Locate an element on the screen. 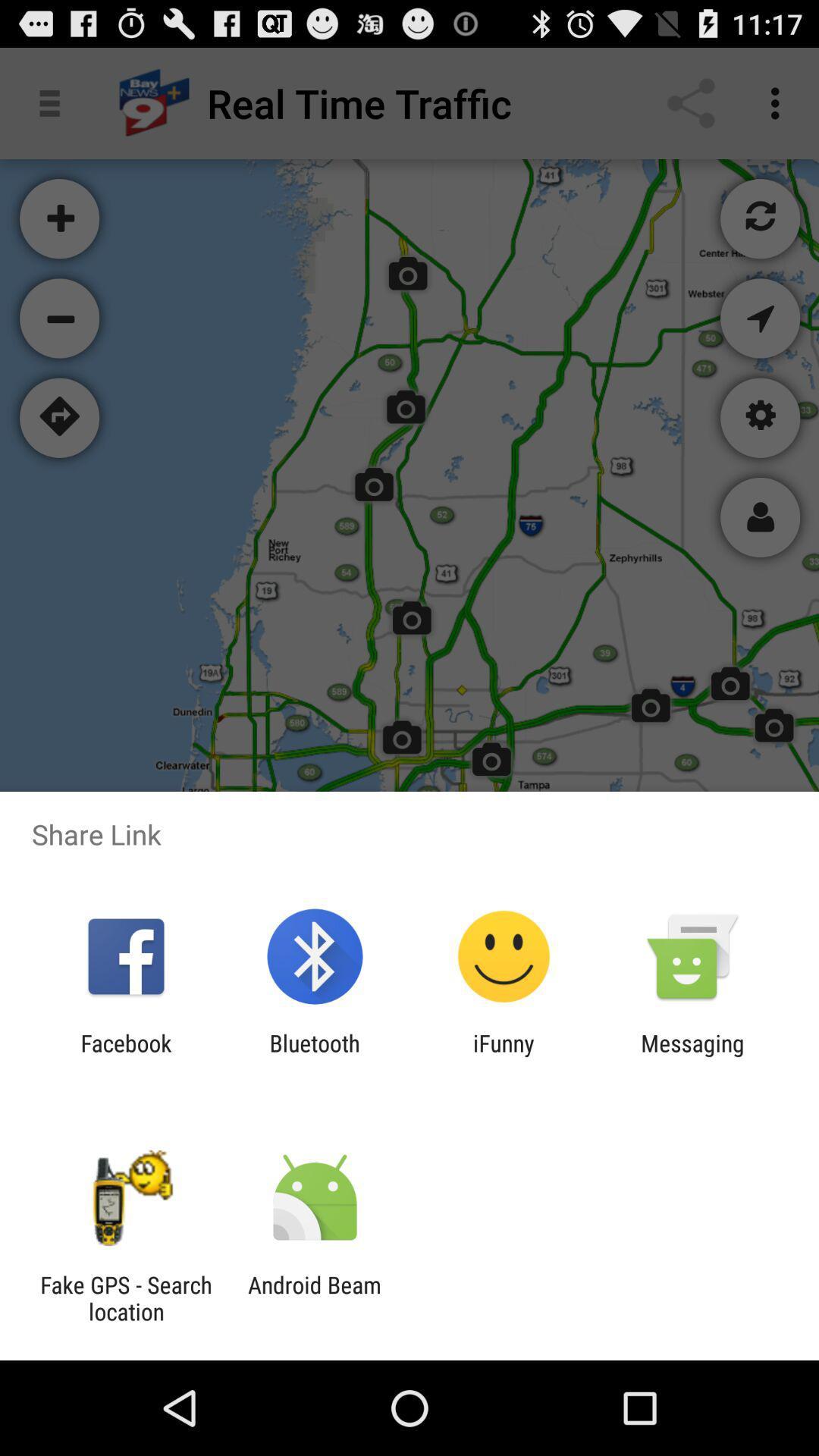  bluetooth is located at coordinates (314, 1056).